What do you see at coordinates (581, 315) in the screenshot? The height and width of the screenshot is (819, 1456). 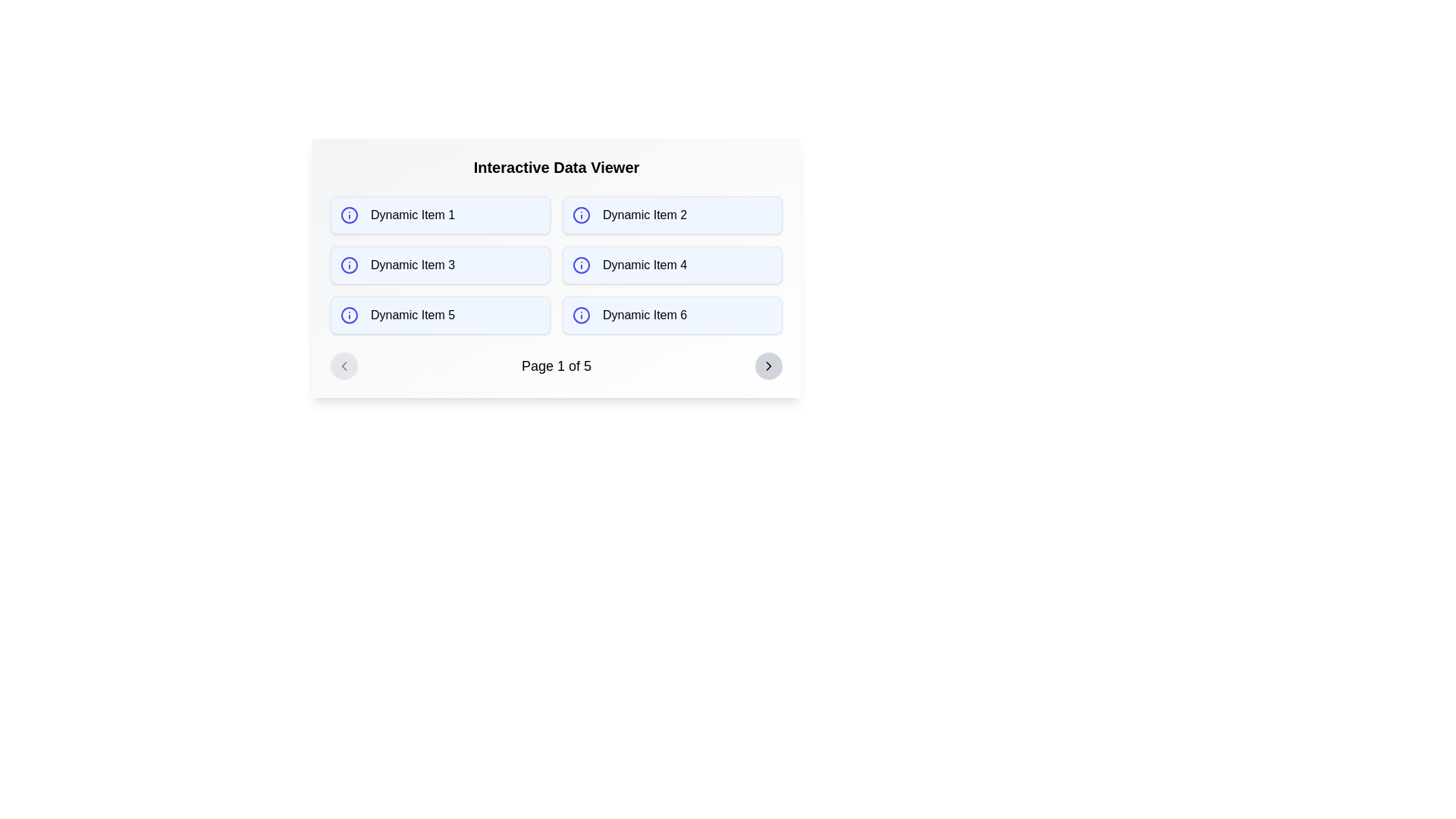 I see `the information icon shaped like an 'i' in a circle, which is styled in blue and located to the left of the text labeled 'Dynamic Item 6' in the bottom right corner of the 2x3 grid in the 'Interactive Data Viewer.'` at bounding box center [581, 315].